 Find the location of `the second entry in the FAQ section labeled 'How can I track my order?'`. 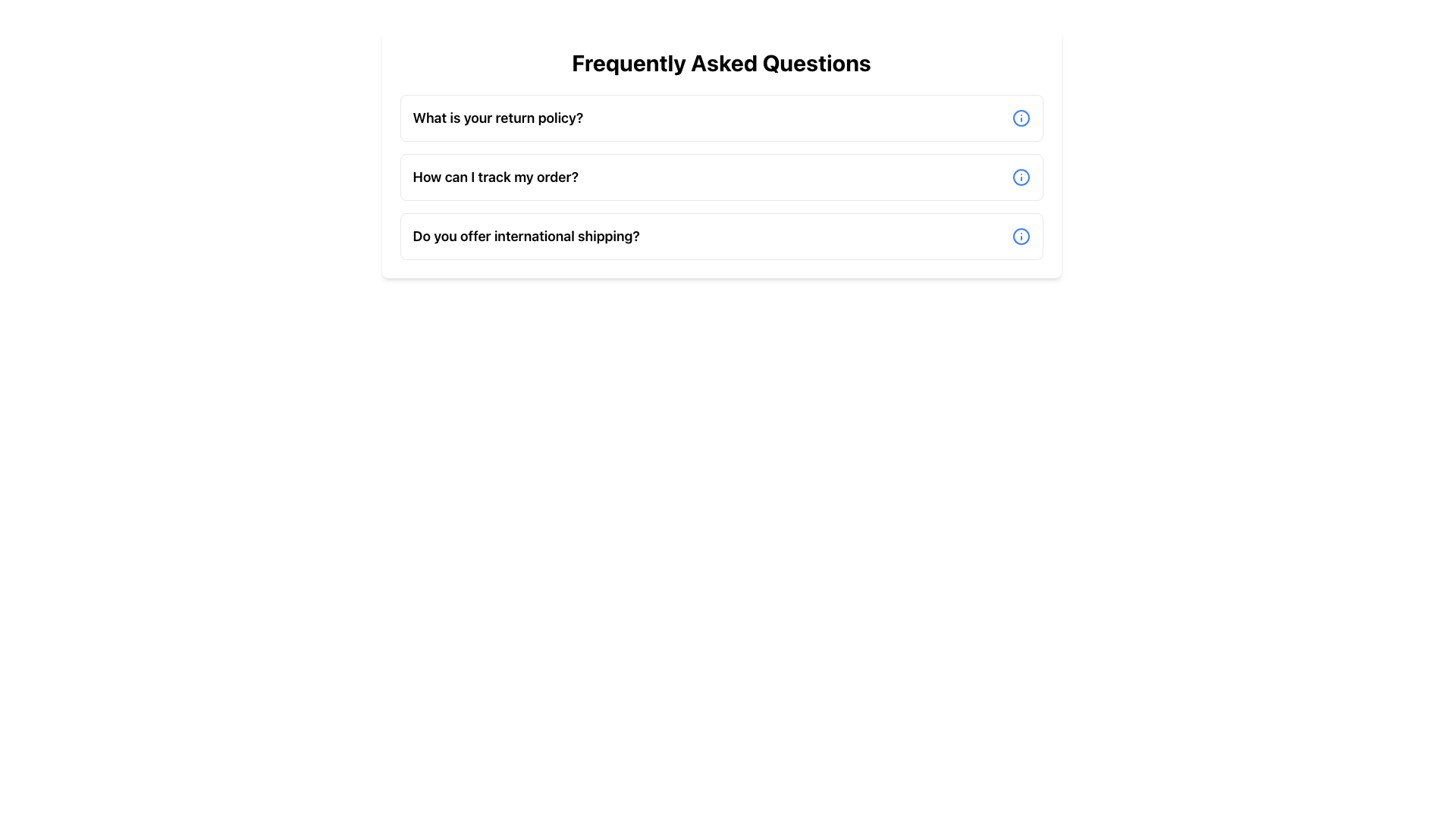

the second entry in the FAQ section labeled 'How can I track my order?' is located at coordinates (720, 177).